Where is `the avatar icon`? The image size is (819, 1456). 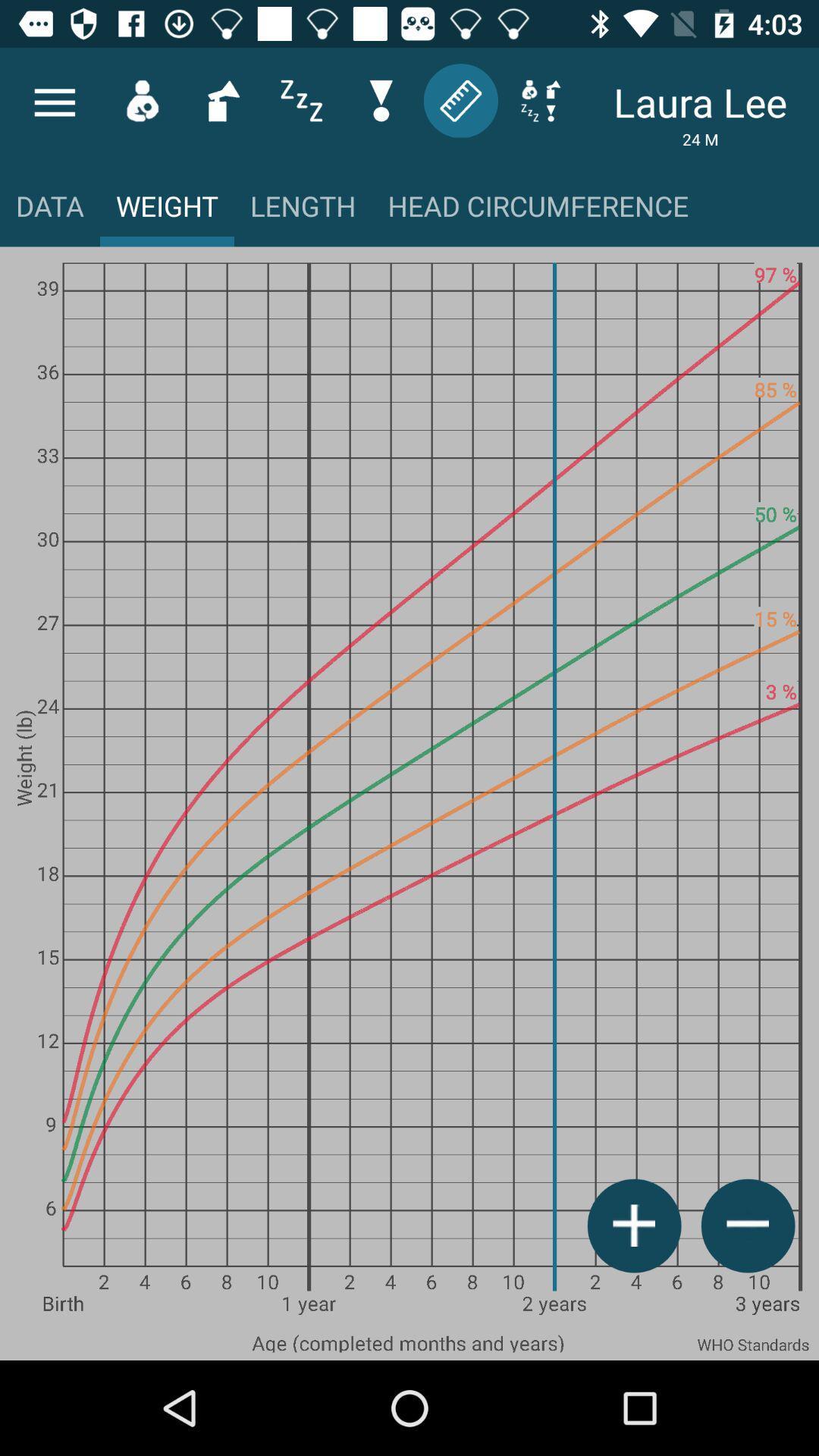
the avatar icon is located at coordinates (142, 99).